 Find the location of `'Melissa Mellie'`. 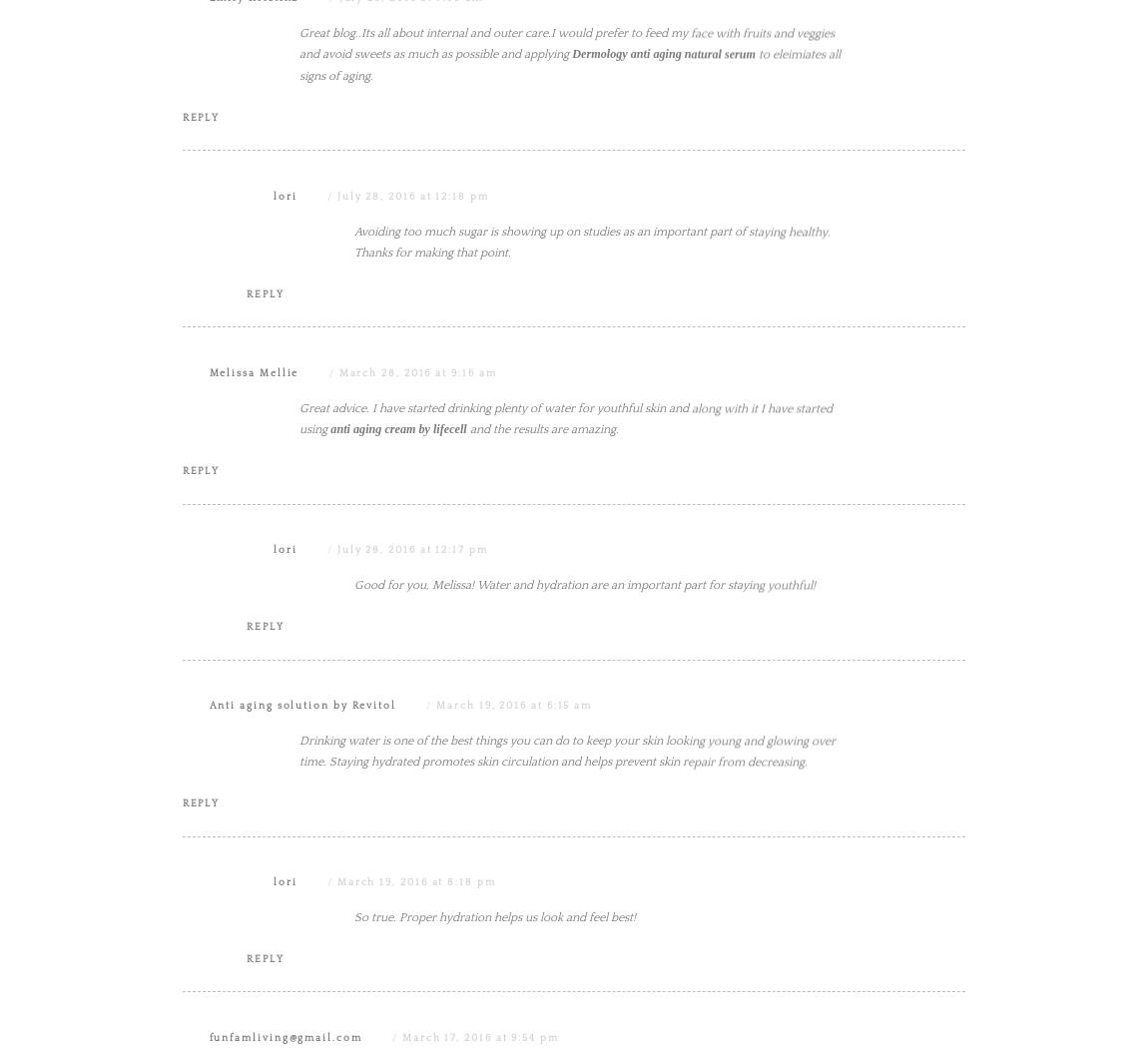

'Melissa Mellie' is located at coordinates (253, 573).